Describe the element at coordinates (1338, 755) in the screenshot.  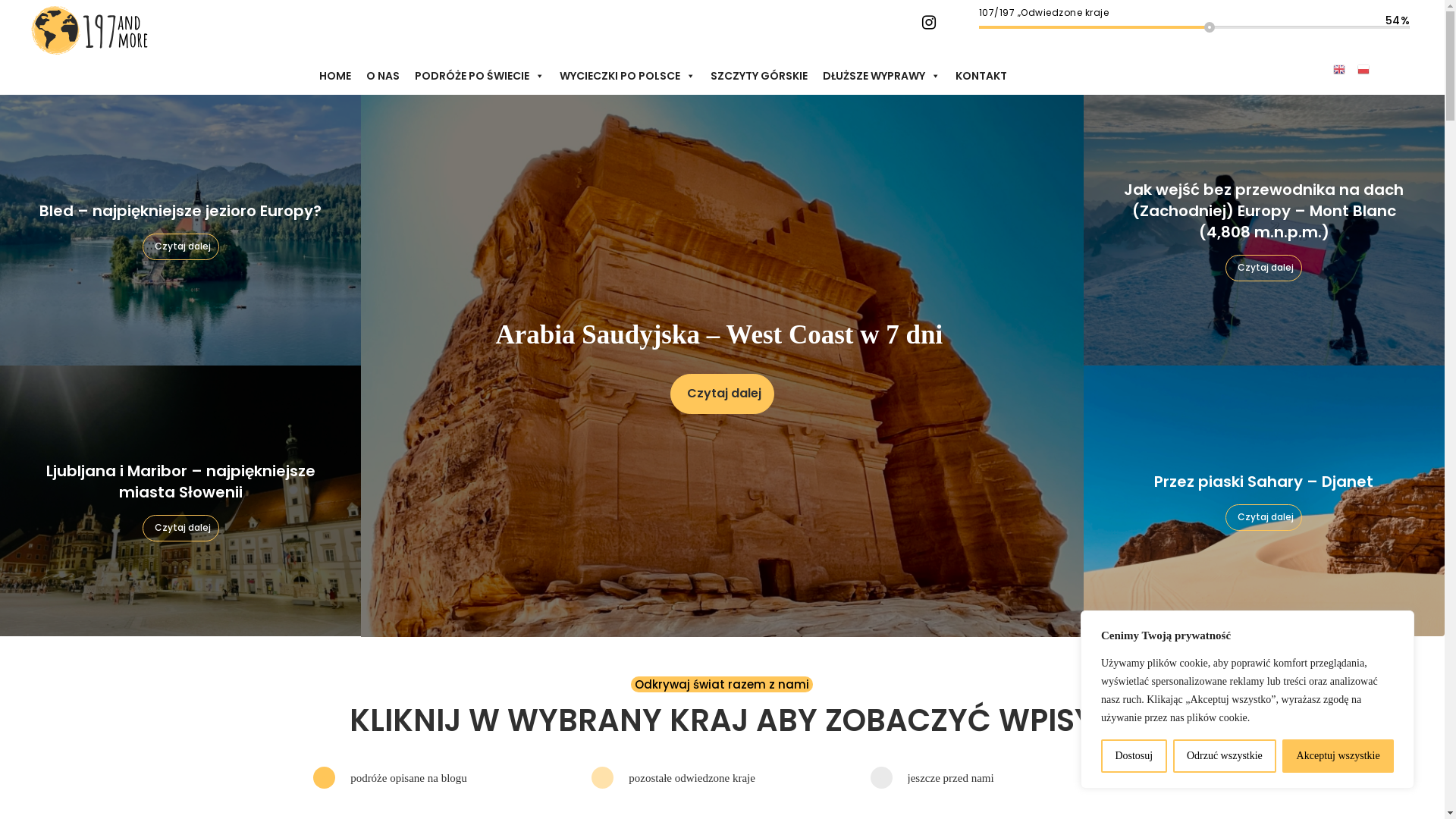
I see `'Akceptuj wszystkie'` at that location.